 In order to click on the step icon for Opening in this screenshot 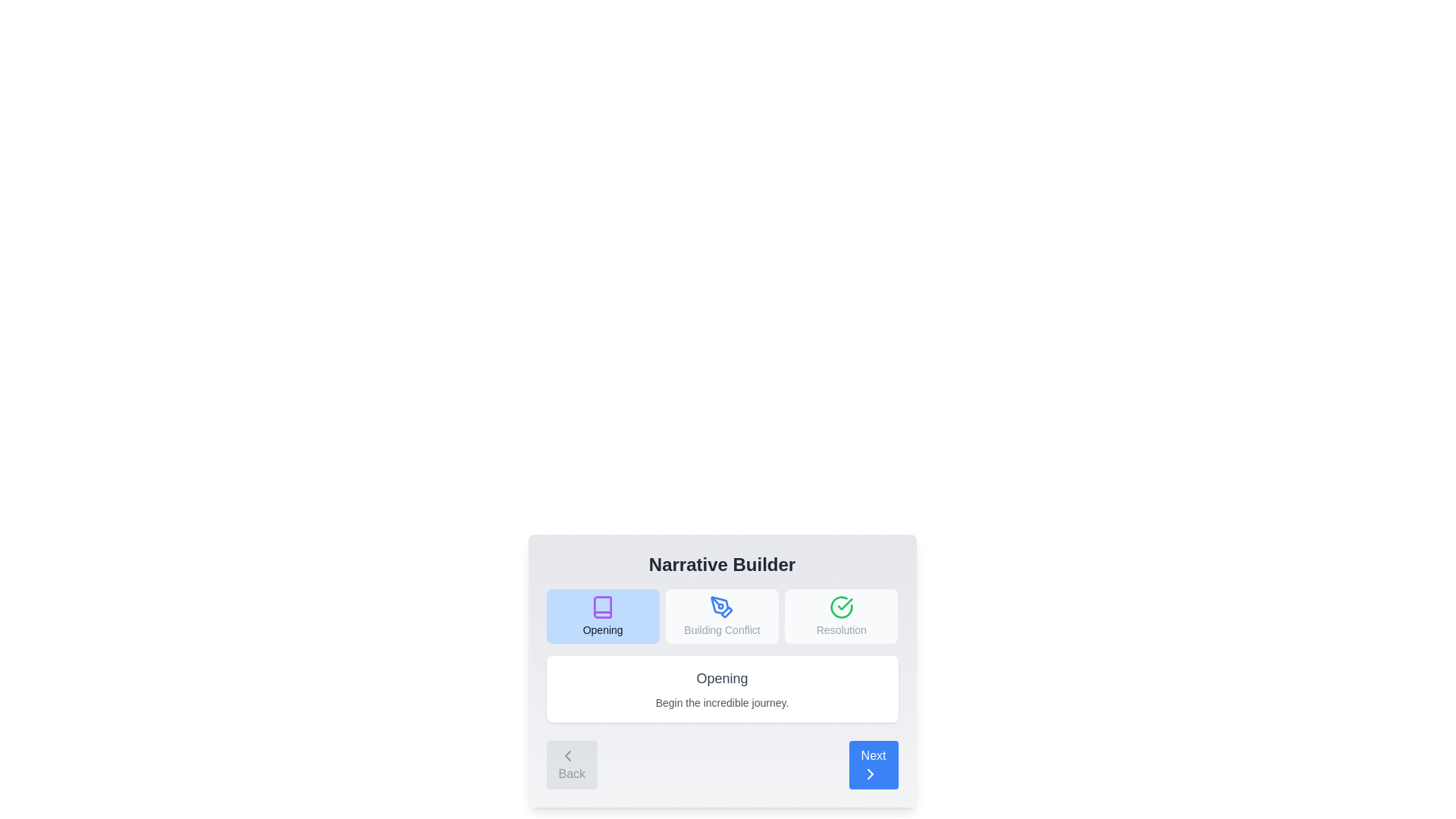, I will do `click(602, 617)`.